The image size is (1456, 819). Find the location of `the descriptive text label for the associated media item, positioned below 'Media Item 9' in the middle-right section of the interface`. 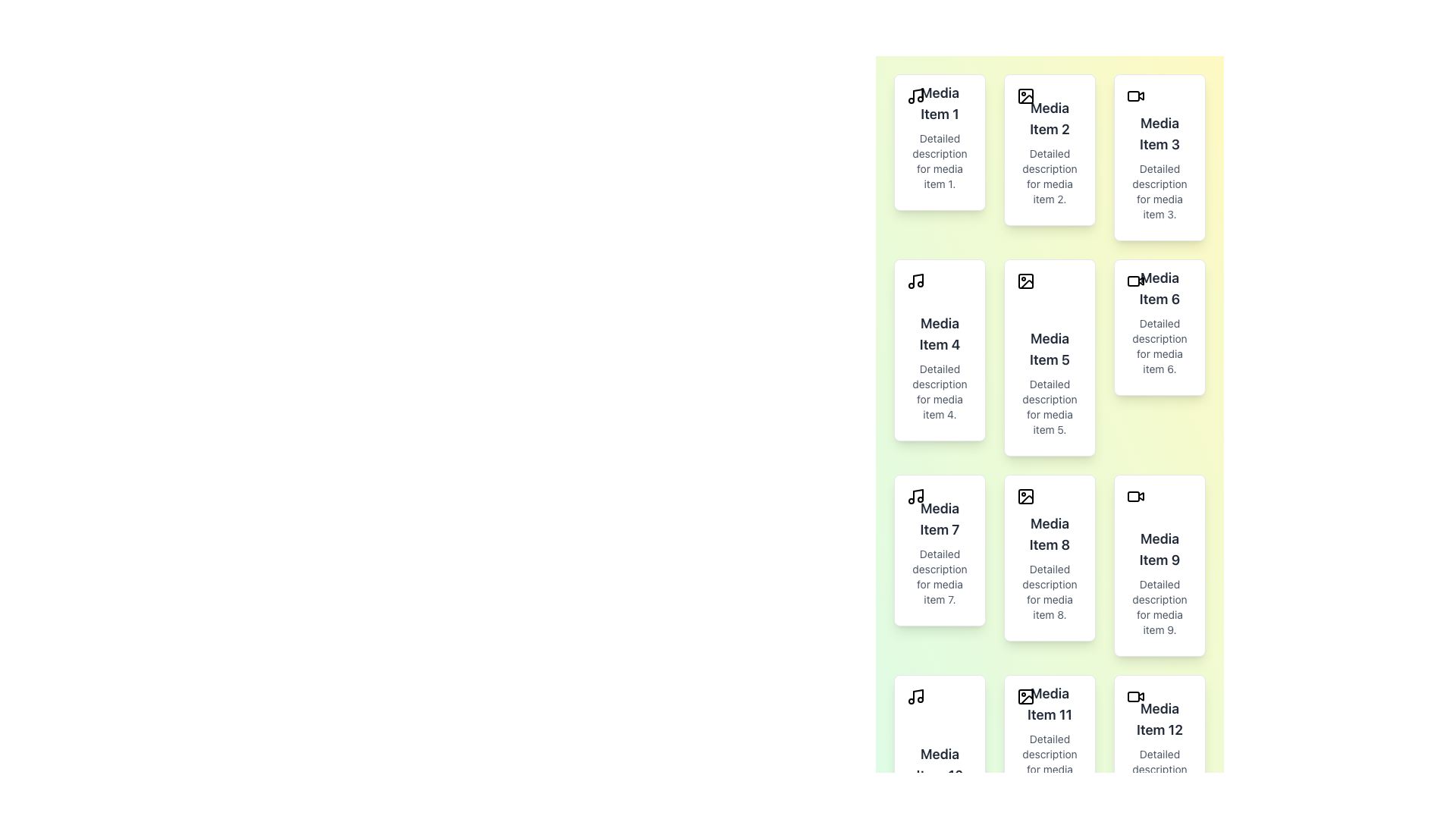

the descriptive text label for the associated media item, positioned below 'Media Item 9' in the middle-right section of the interface is located at coordinates (1159, 607).